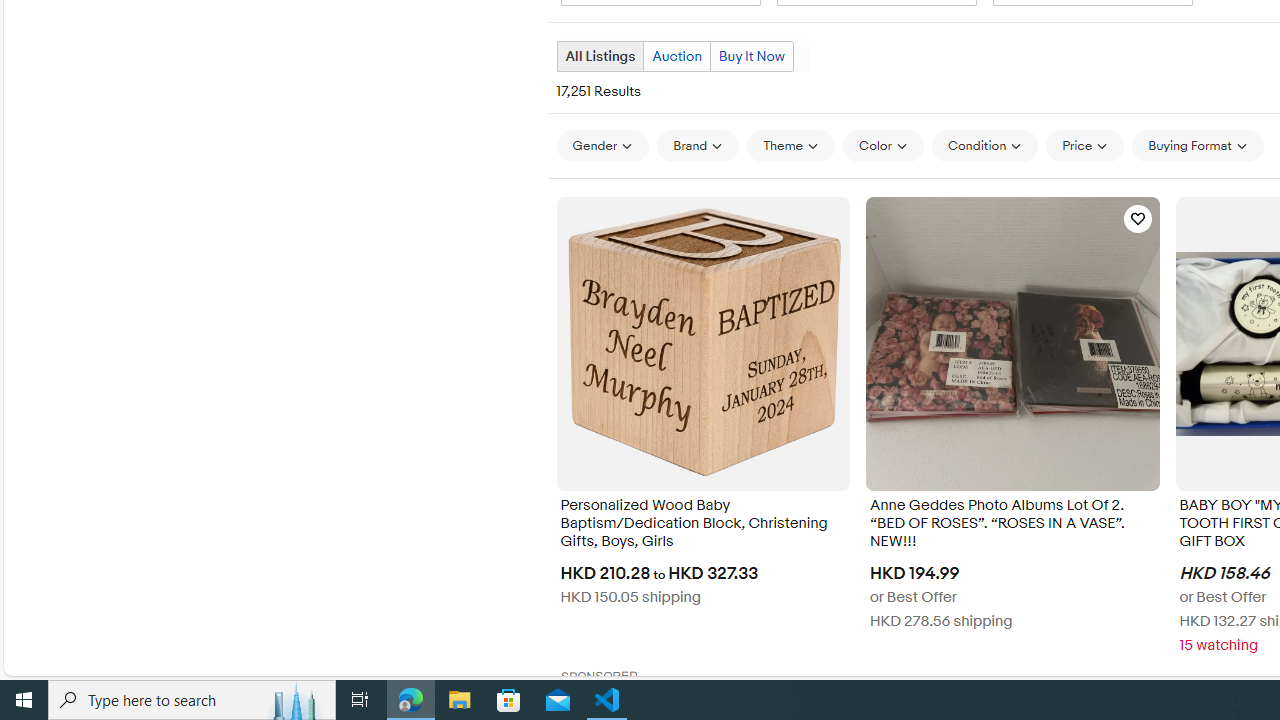 The width and height of the screenshot is (1280, 720). What do you see at coordinates (601, 144) in the screenshot?
I see `'Gender'` at bounding box center [601, 144].